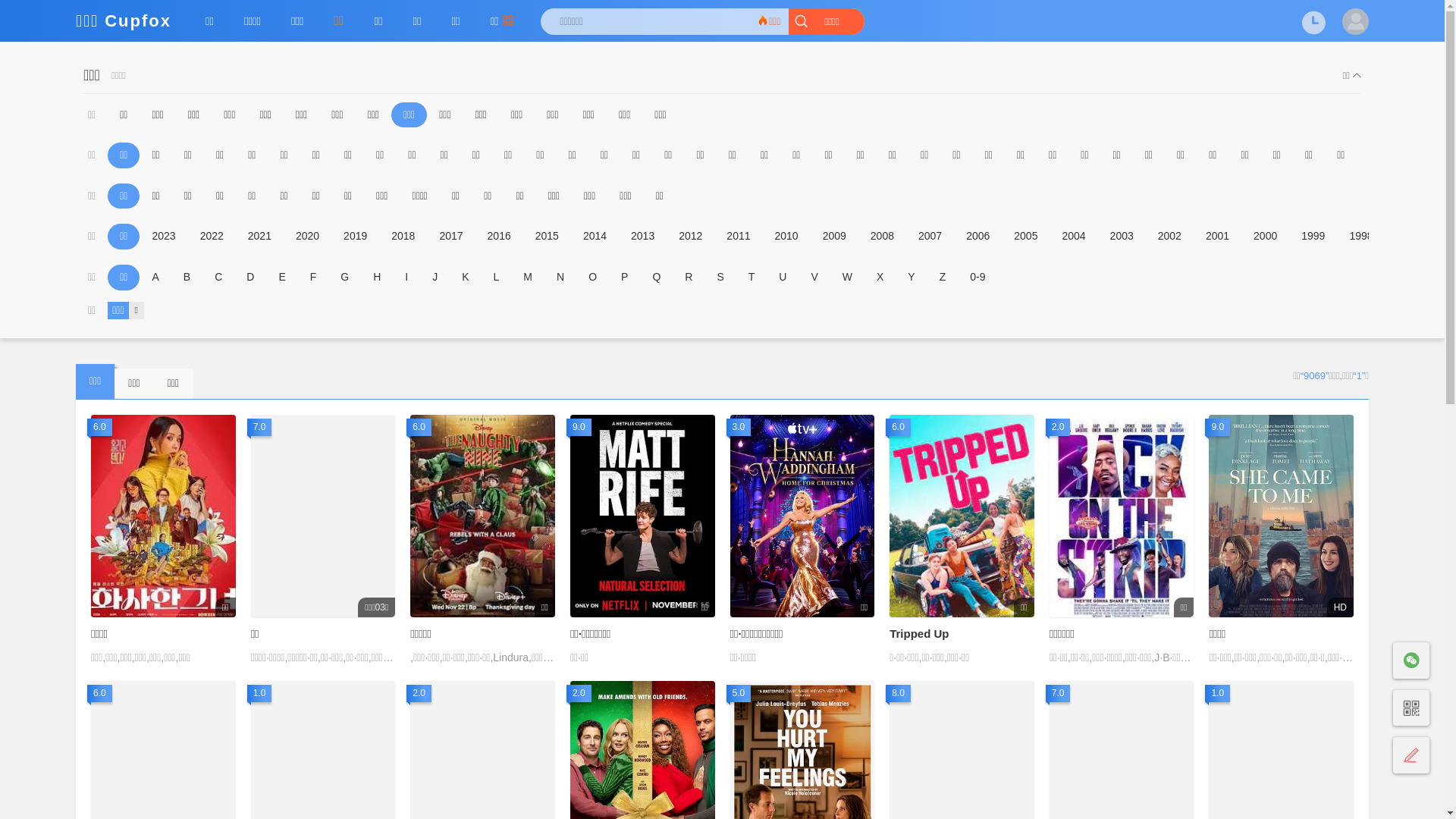 This screenshot has height=819, width=1456. Describe the element at coordinates (1169, 237) in the screenshot. I see `'2002'` at that location.